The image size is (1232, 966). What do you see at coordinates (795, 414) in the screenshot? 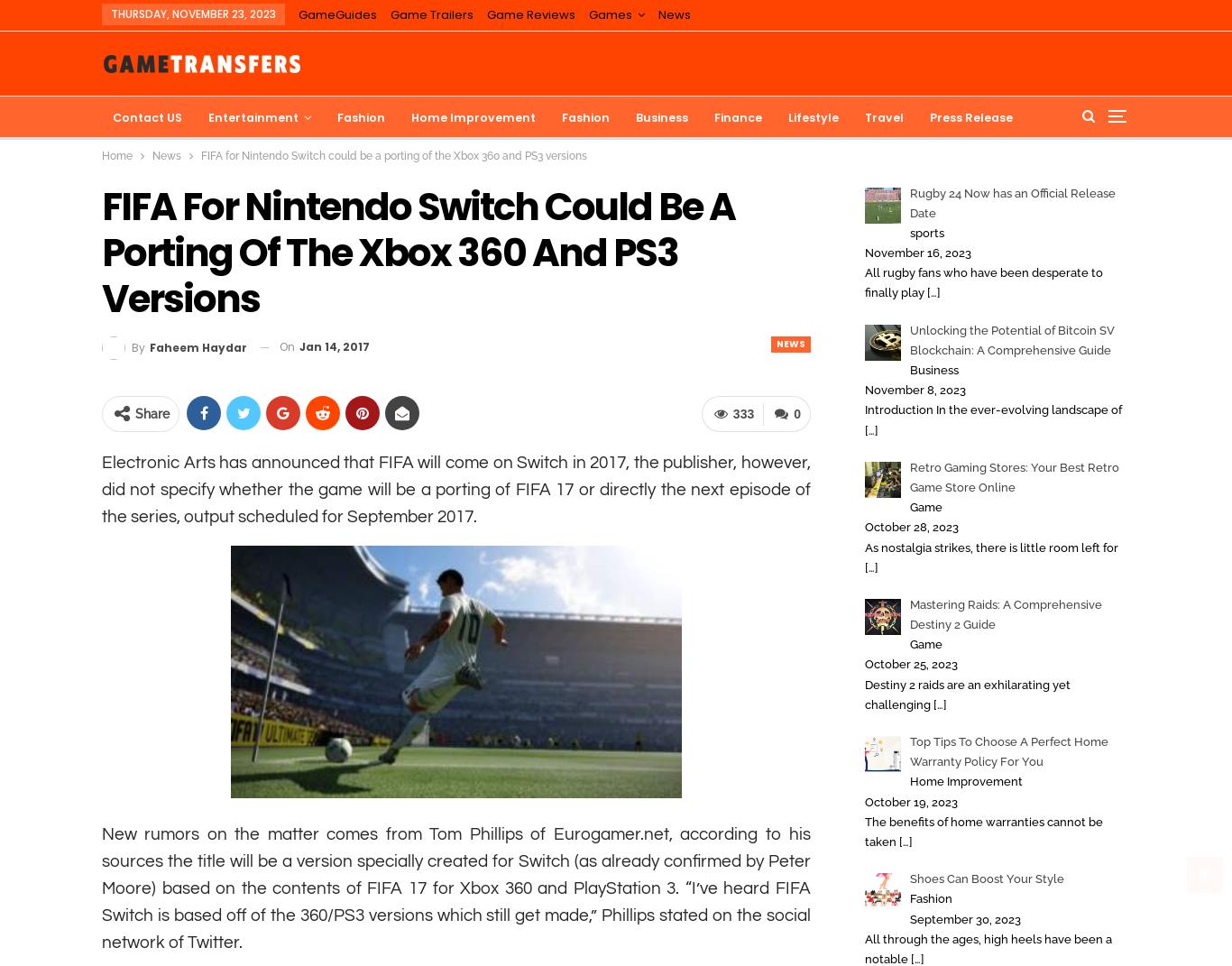
I see `'0'` at bounding box center [795, 414].